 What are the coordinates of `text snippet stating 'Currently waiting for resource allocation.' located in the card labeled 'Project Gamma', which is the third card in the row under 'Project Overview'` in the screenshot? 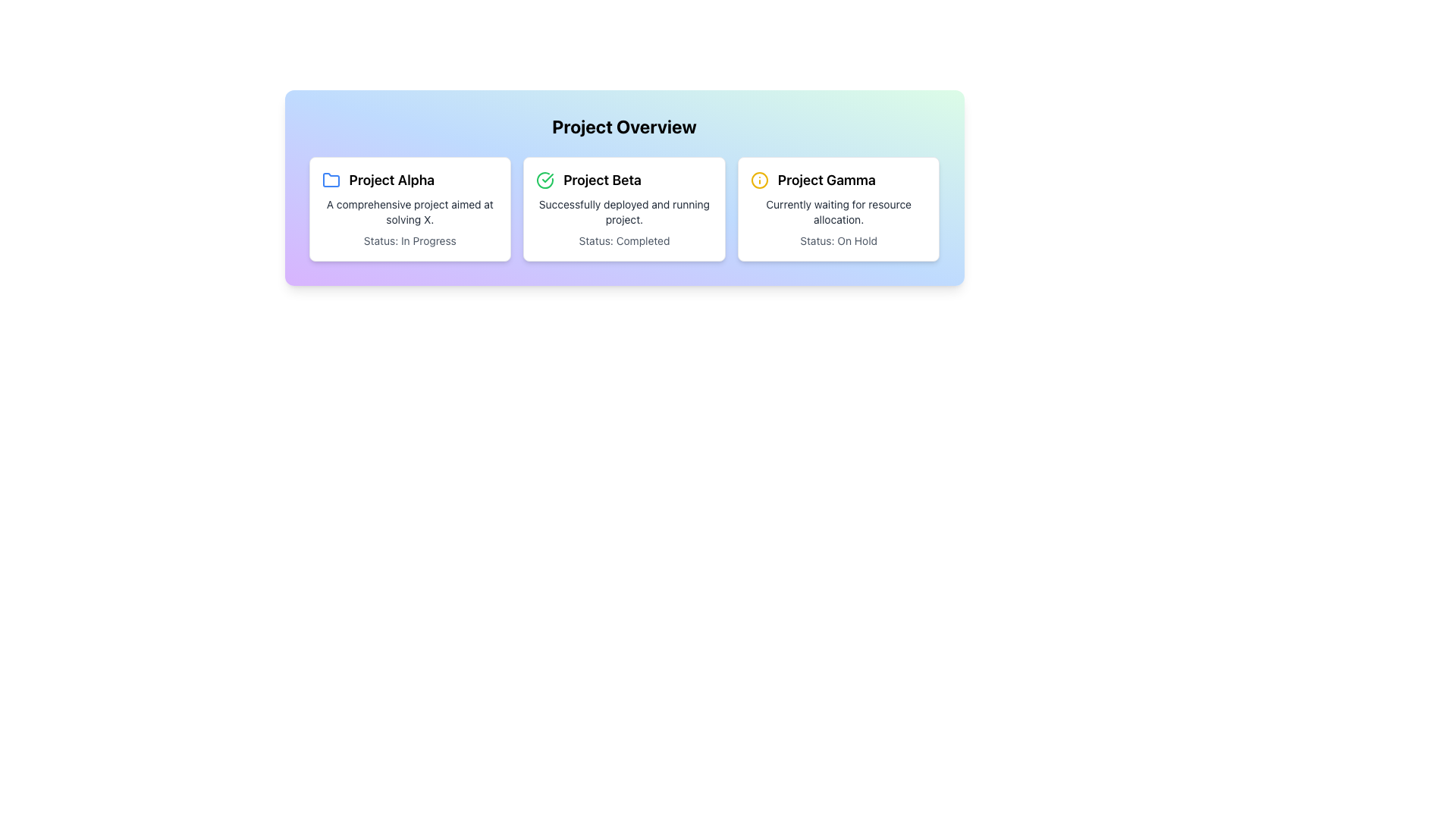 It's located at (838, 212).